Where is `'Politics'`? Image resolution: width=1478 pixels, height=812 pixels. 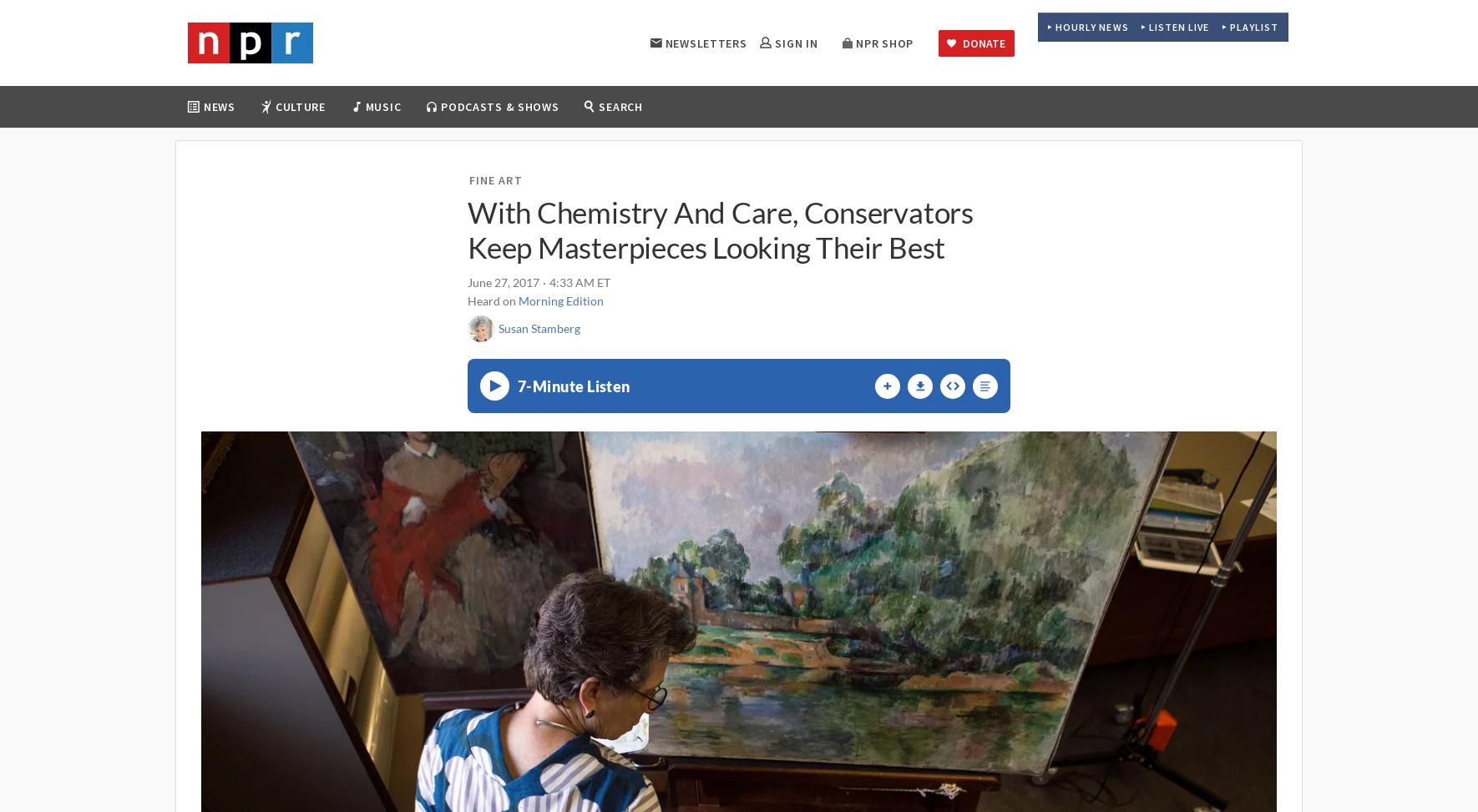
'Politics' is located at coordinates (234, 197).